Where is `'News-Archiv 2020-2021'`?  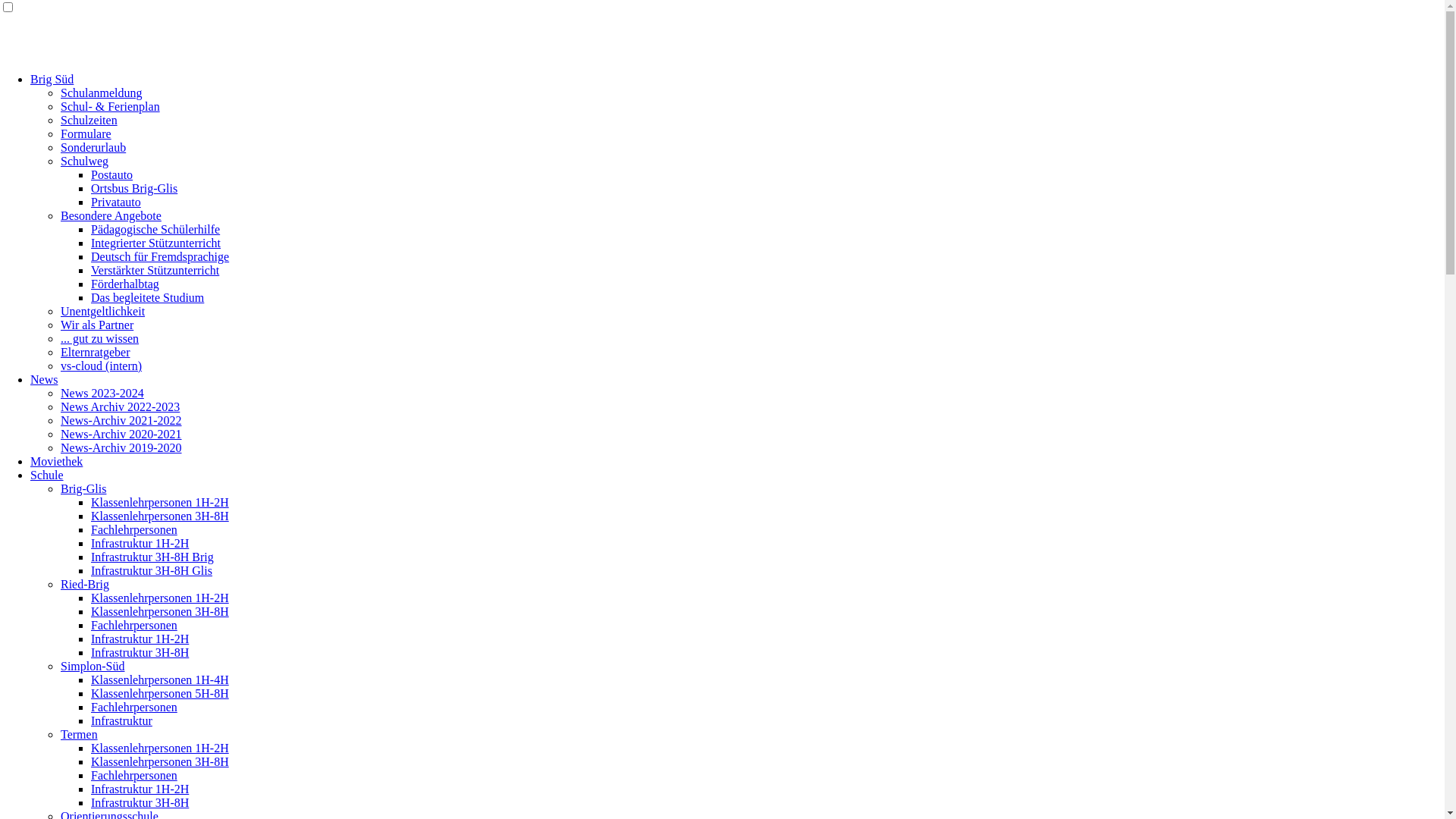 'News-Archiv 2020-2021' is located at coordinates (61, 434).